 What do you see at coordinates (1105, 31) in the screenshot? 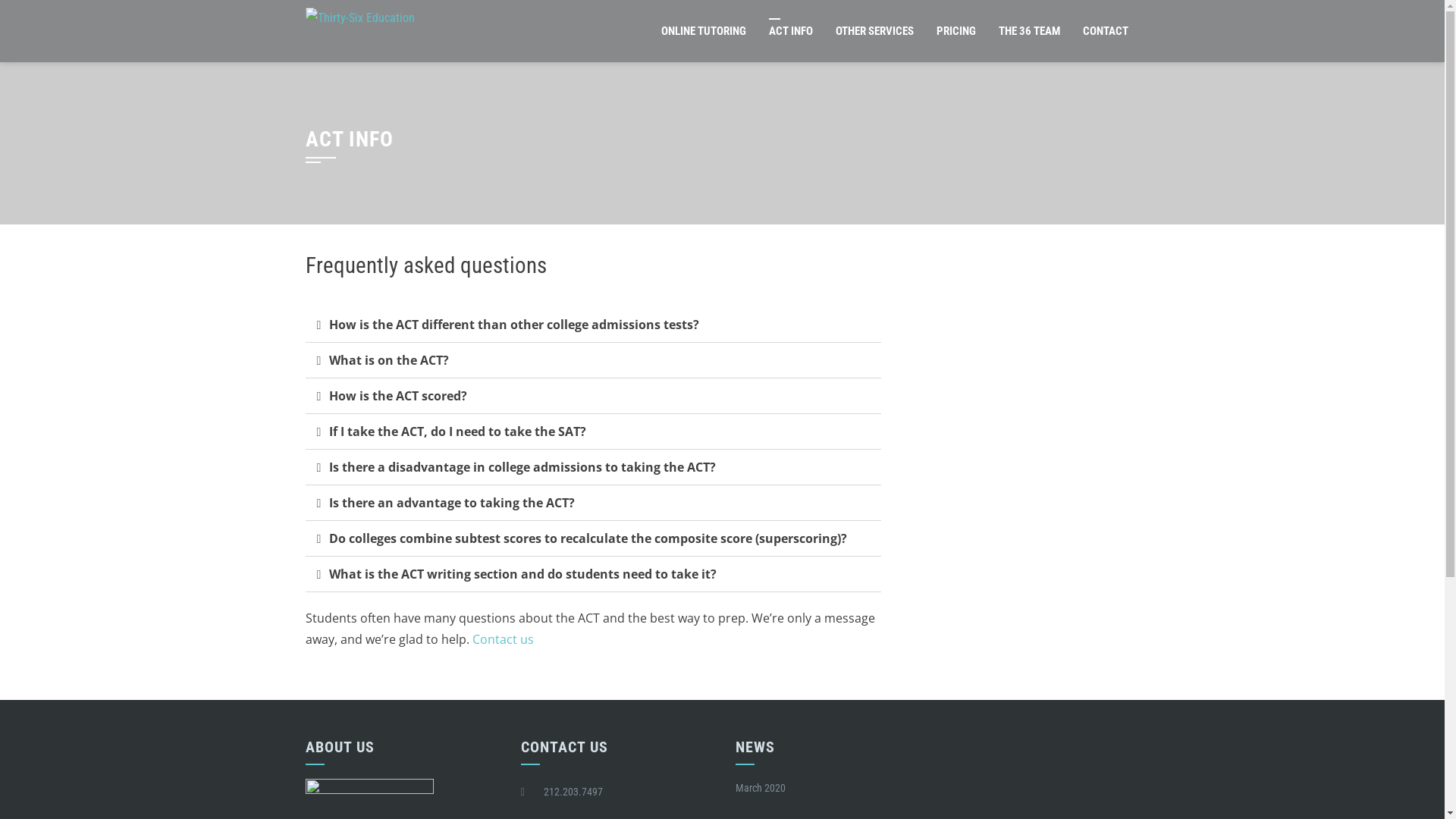
I see `'CONTACT'` at bounding box center [1105, 31].